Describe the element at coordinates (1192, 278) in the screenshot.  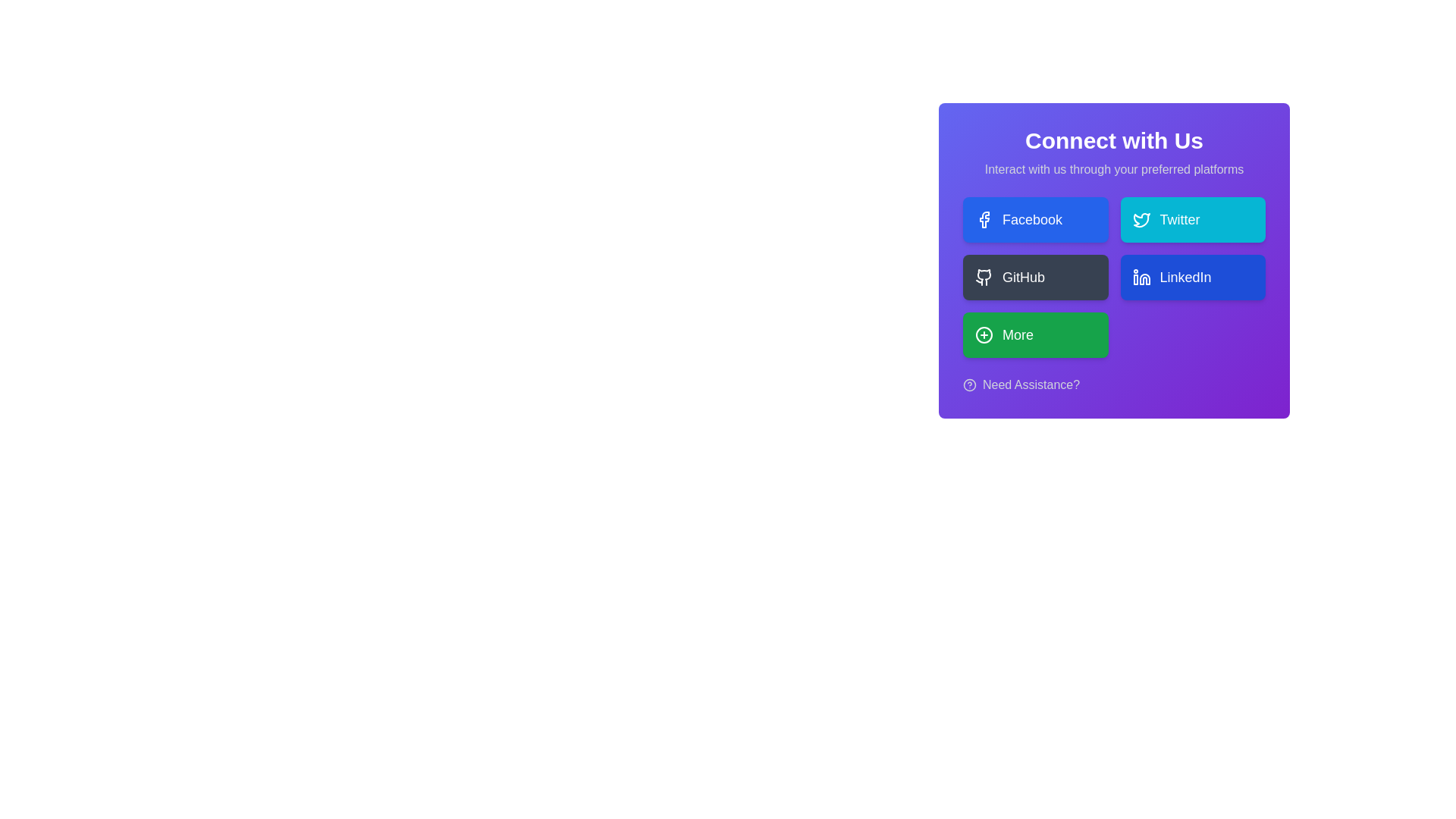
I see `the blue 'LinkedIn' button with rounded corners located in the lower-right quadrant of the interface, below the 'Twitter' button and to the right of the 'GitHub' button` at that location.